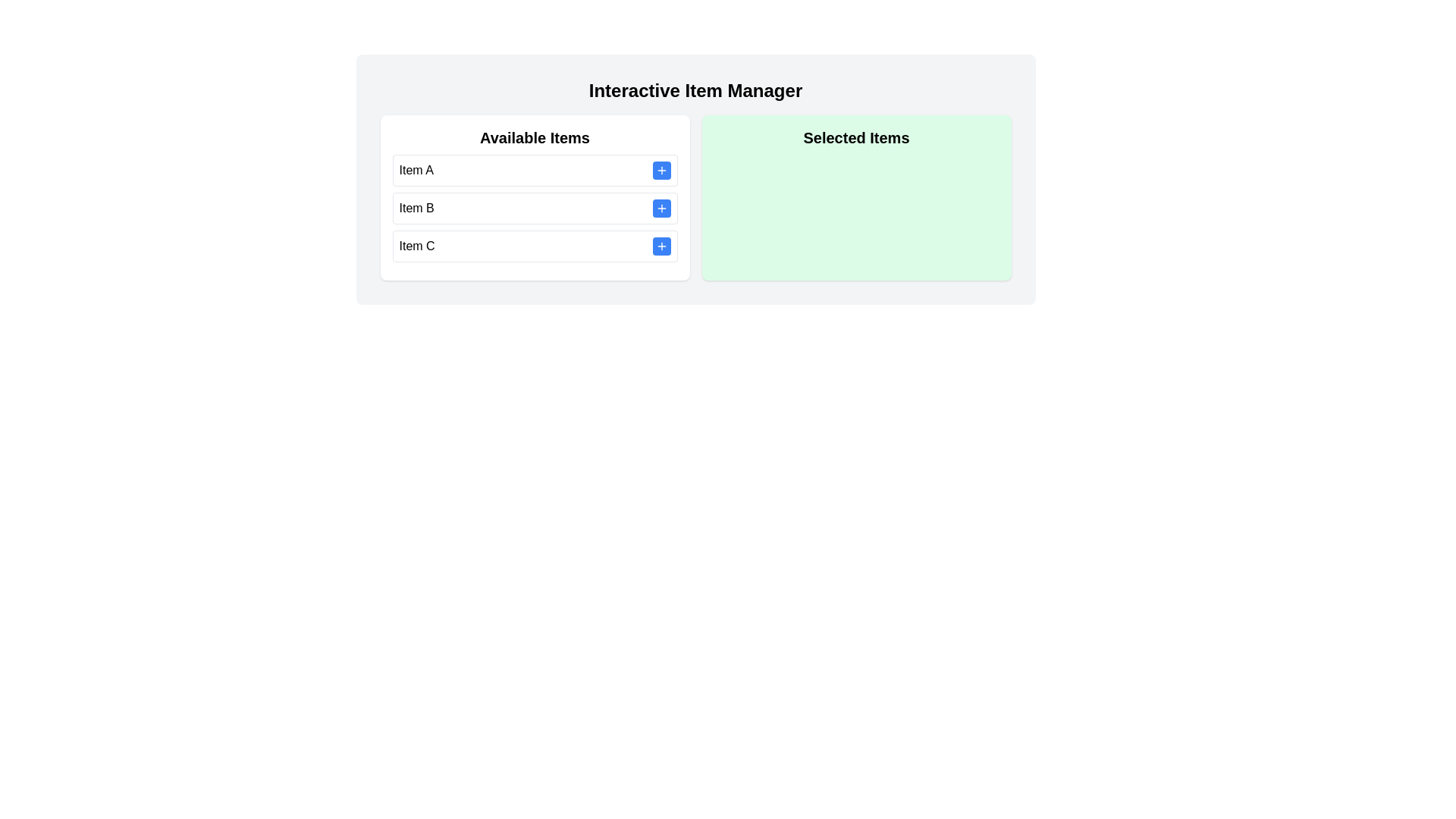 This screenshot has width=1456, height=819. What do you see at coordinates (661, 208) in the screenshot?
I see `the small blue plus-shaped SVG icon located within a rounded blue rectangle button, adjacent to the label 'Item B' in the second row of the 'Available Items' list` at bounding box center [661, 208].